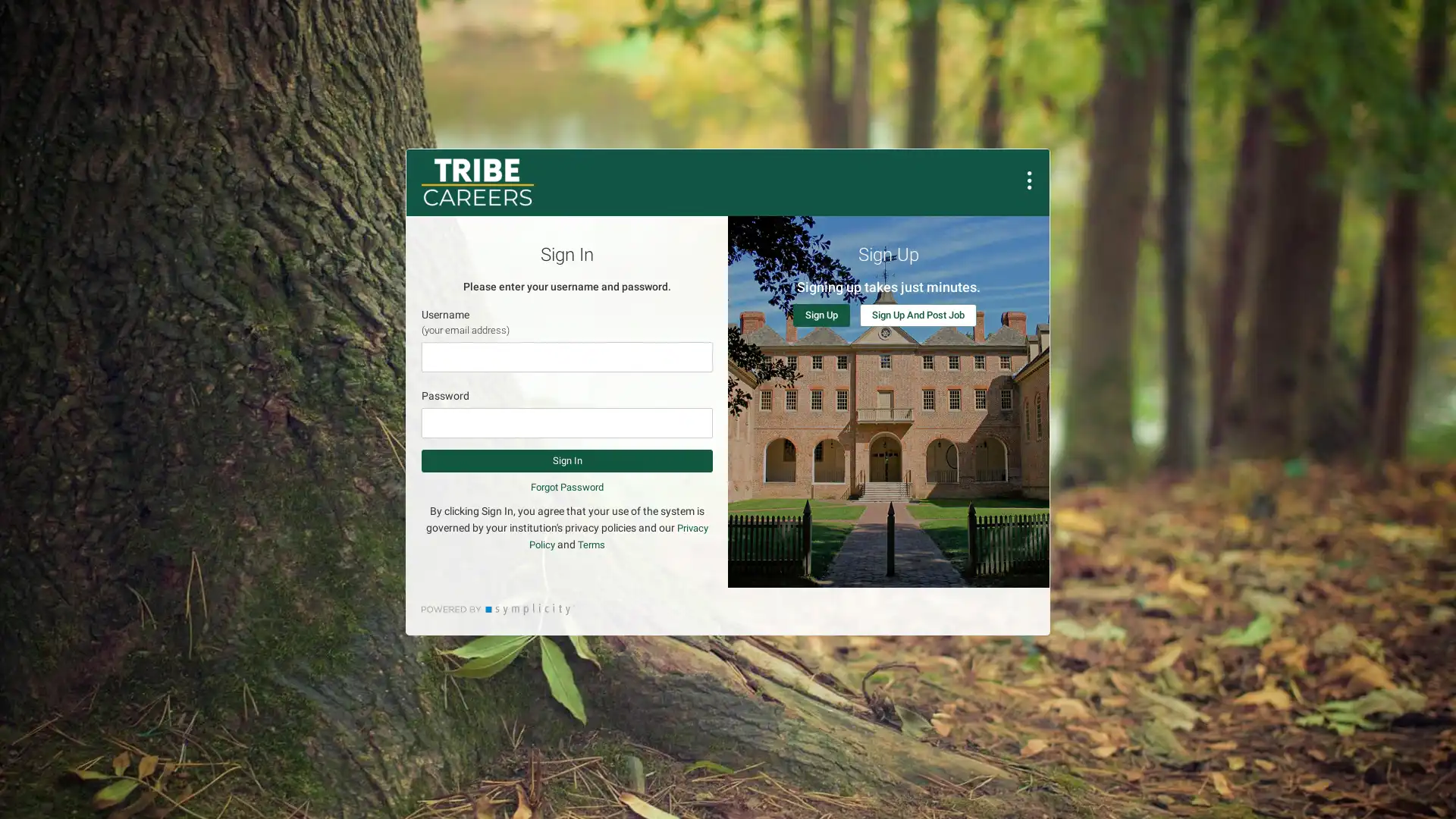  What do you see at coordinates (566, 460) in the screenshot?
I see `Sign In` at bounding box center [566, 460].